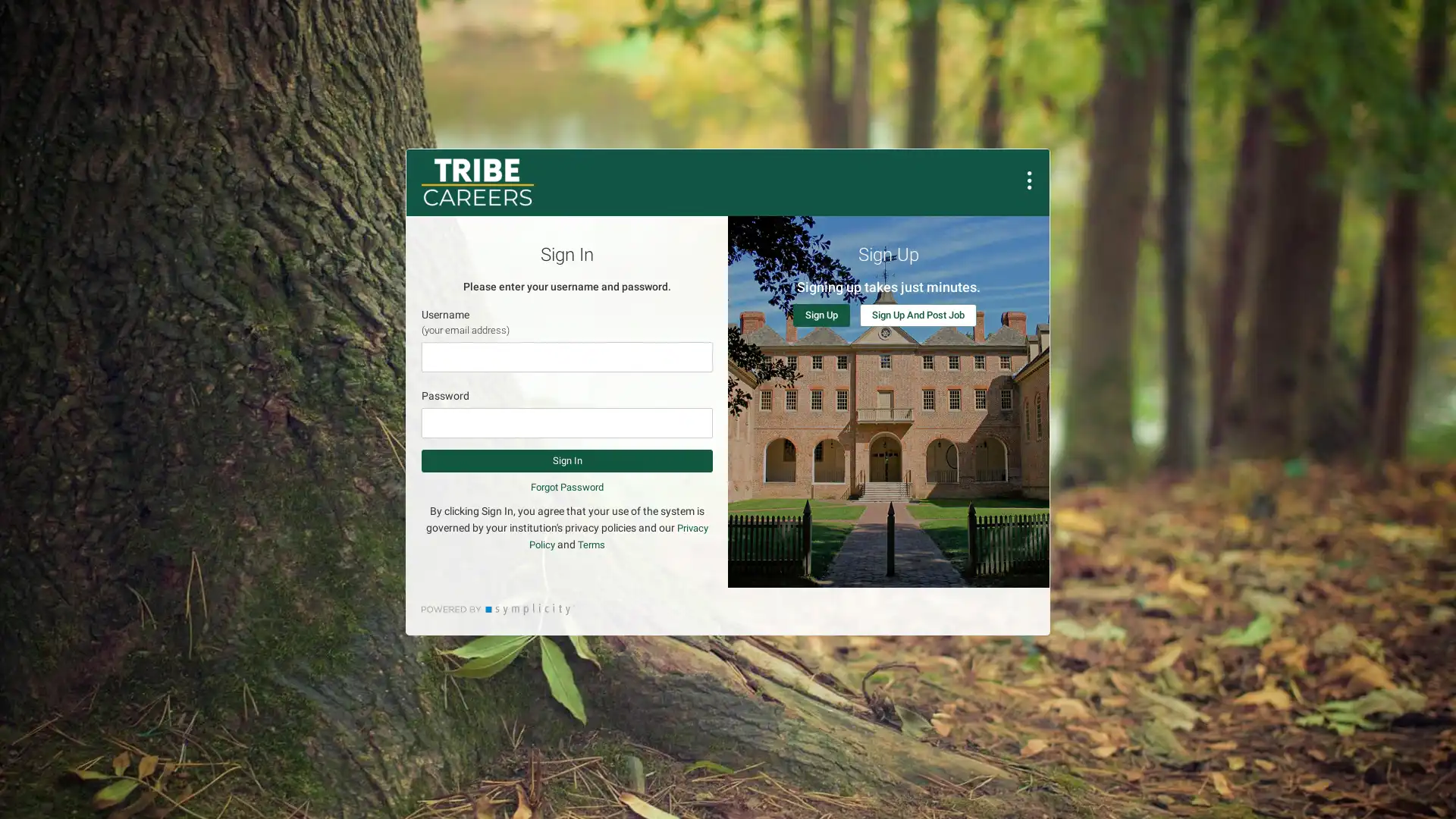  What do you see at coordinates (566, 460) in the screenshot?
I see `Sign In` at bounding box center [566, 460].